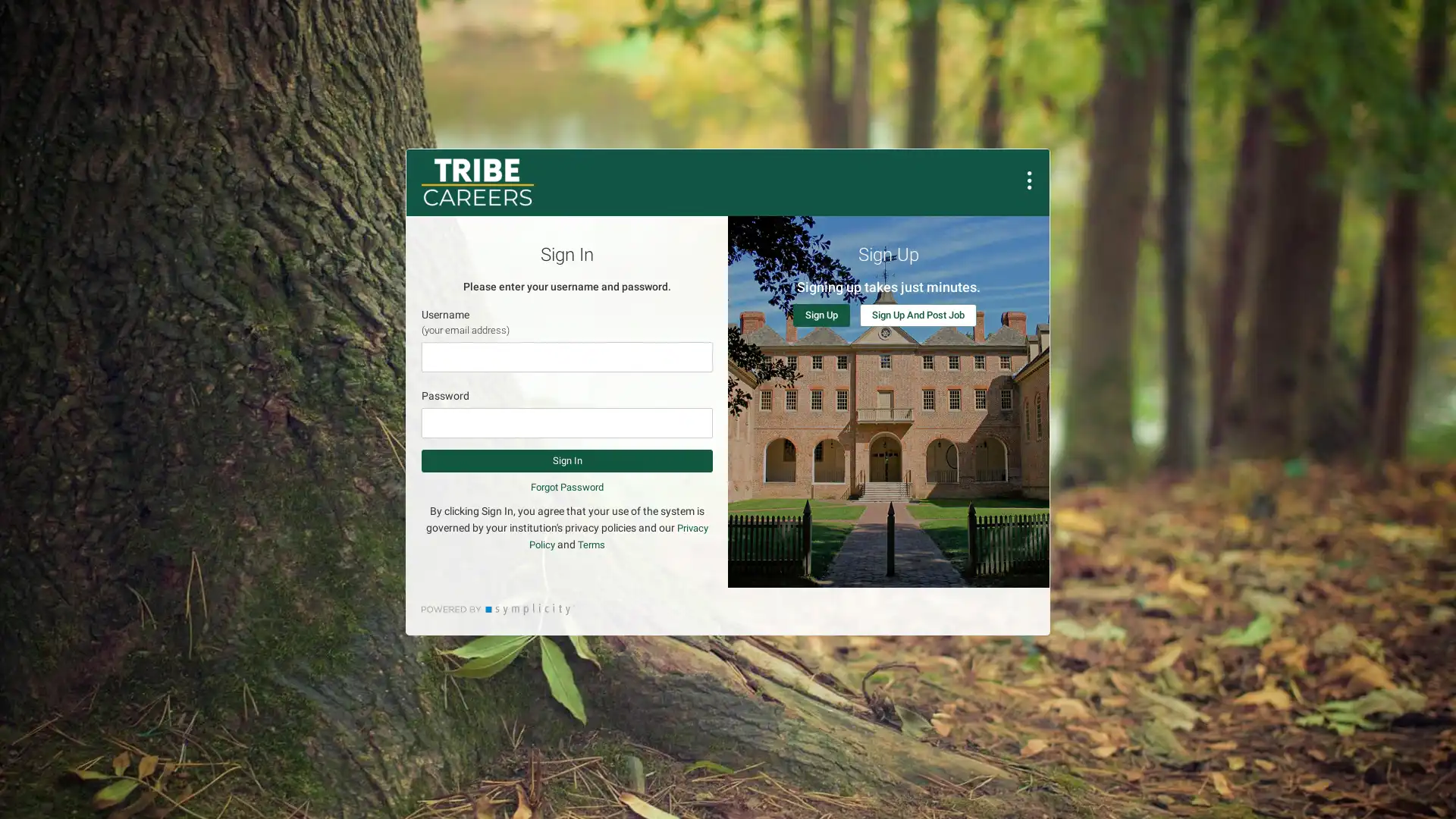  What do you see at coordinates (566, 460) in the screenshot?
I see `Sign In` at bounding box center [566, 460].